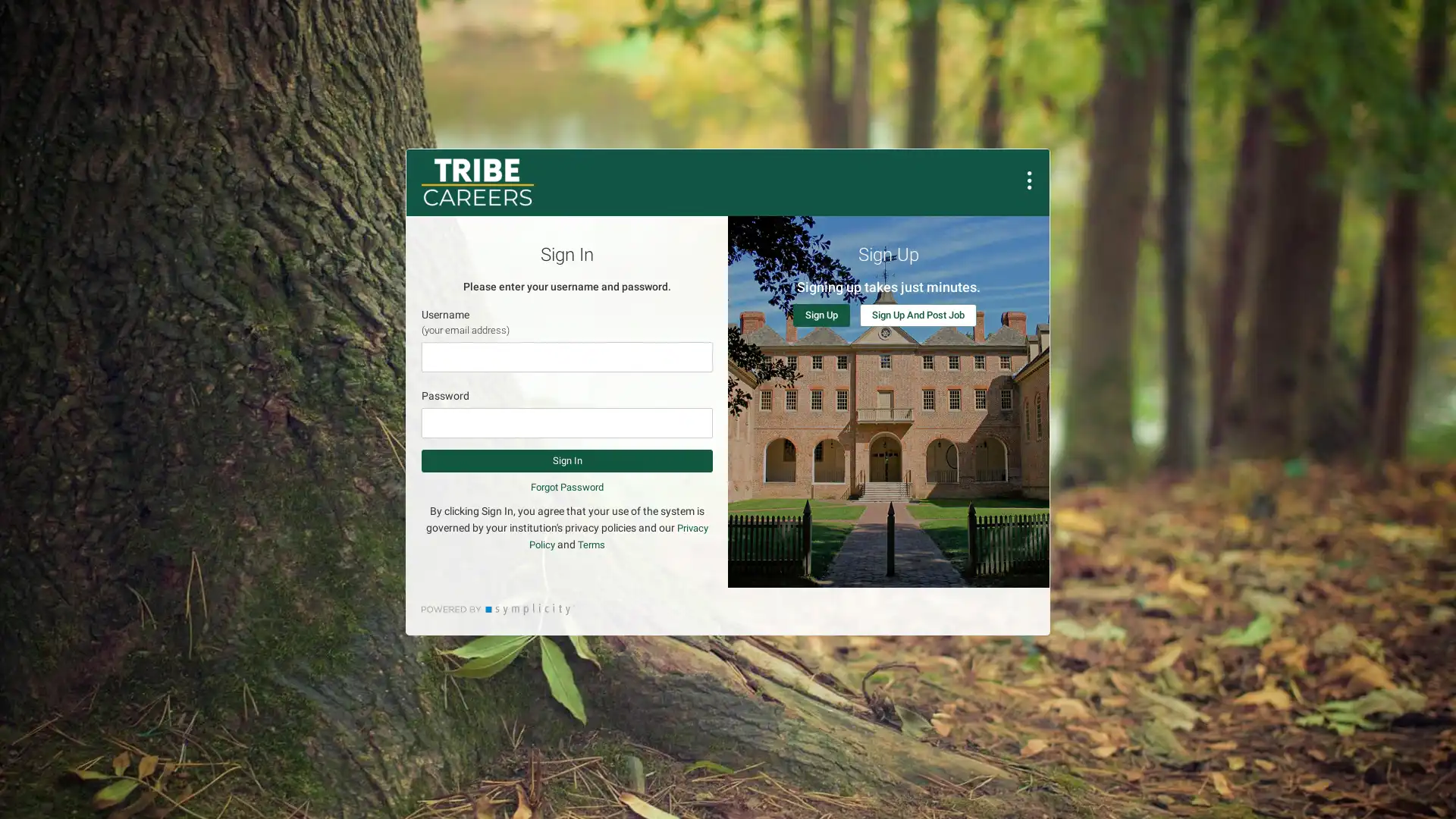  What do you see at coordinates (566, 460) in the screenshot?
I see `Sign In` at bounding box center [566, 460].